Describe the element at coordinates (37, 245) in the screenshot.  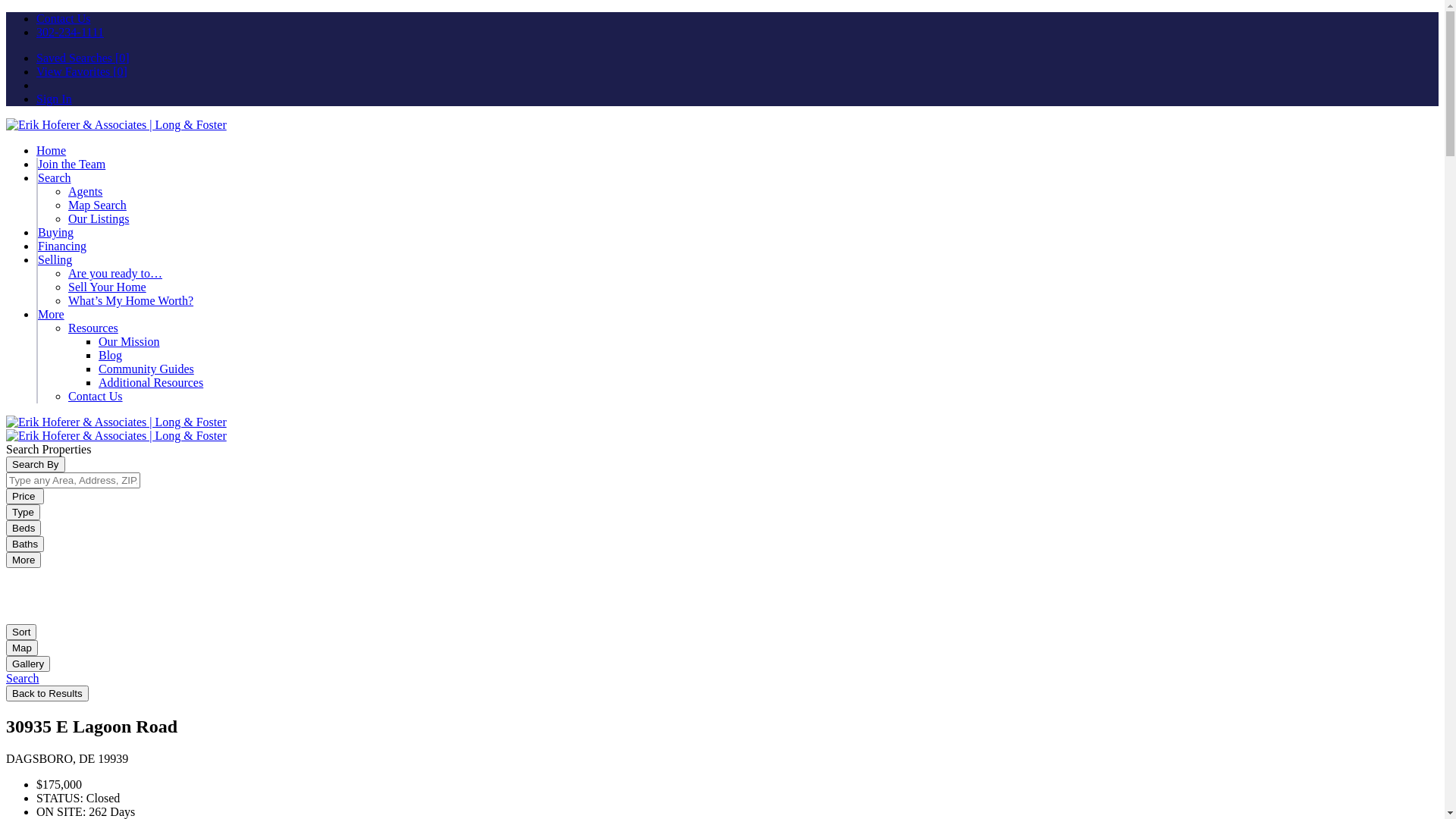
I see `'Financing'` at that location.